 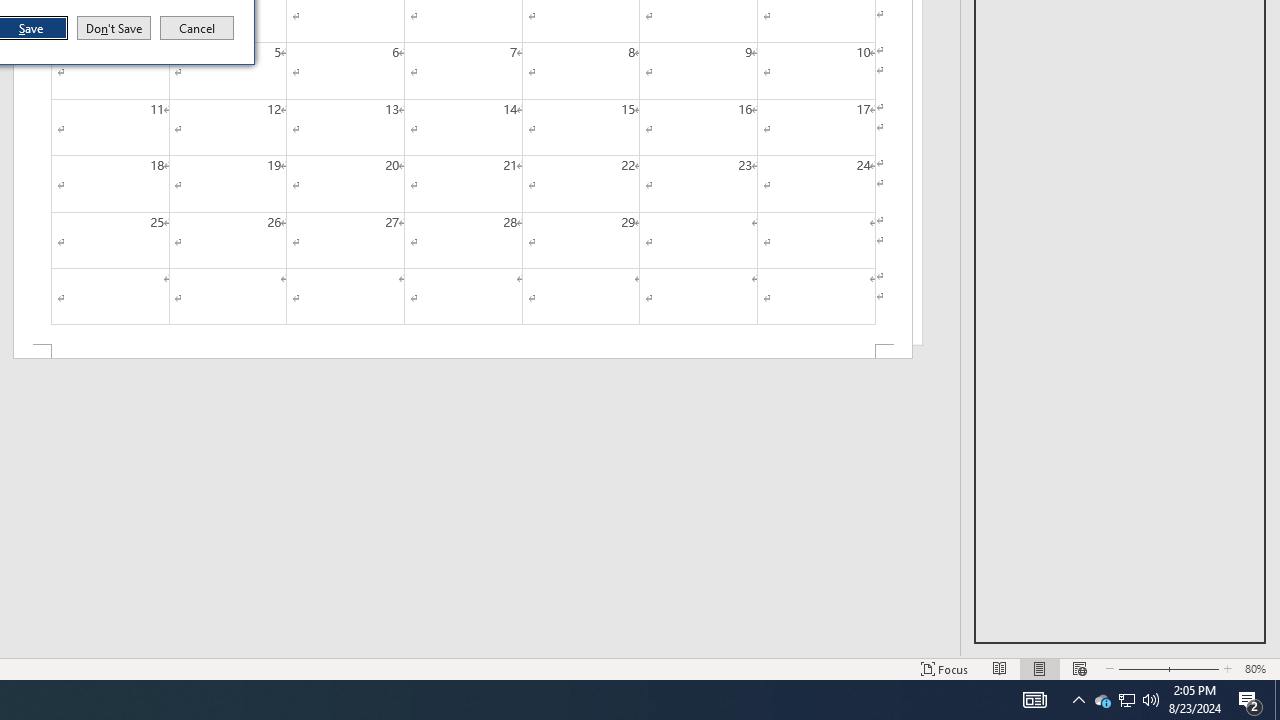 I want to click on 'Notification Chevron', so click(x=1127, y=698).